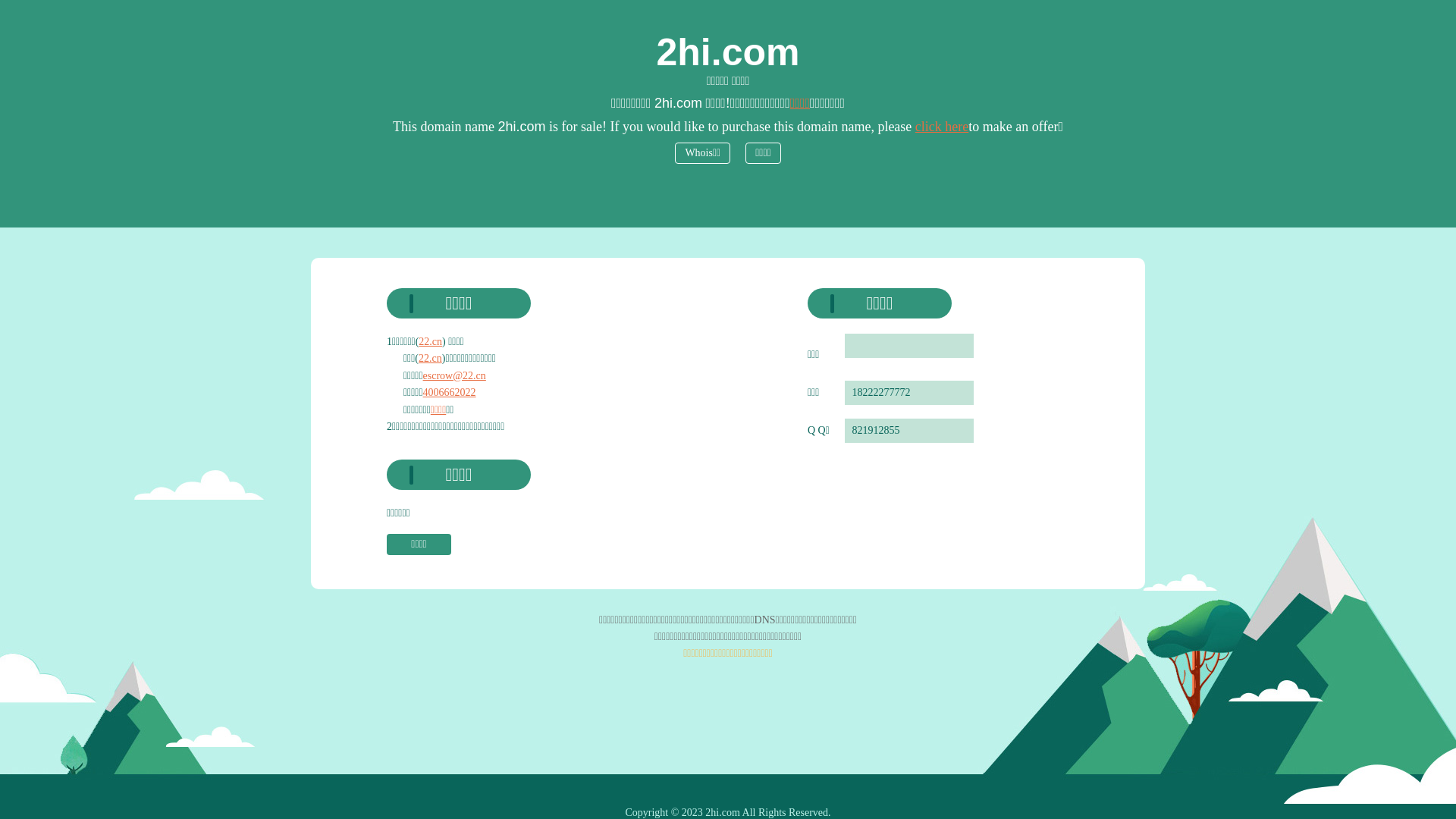  Describe the element at coordinates (419, 358) in the screenshot. I see `'22.cn'` at that location.